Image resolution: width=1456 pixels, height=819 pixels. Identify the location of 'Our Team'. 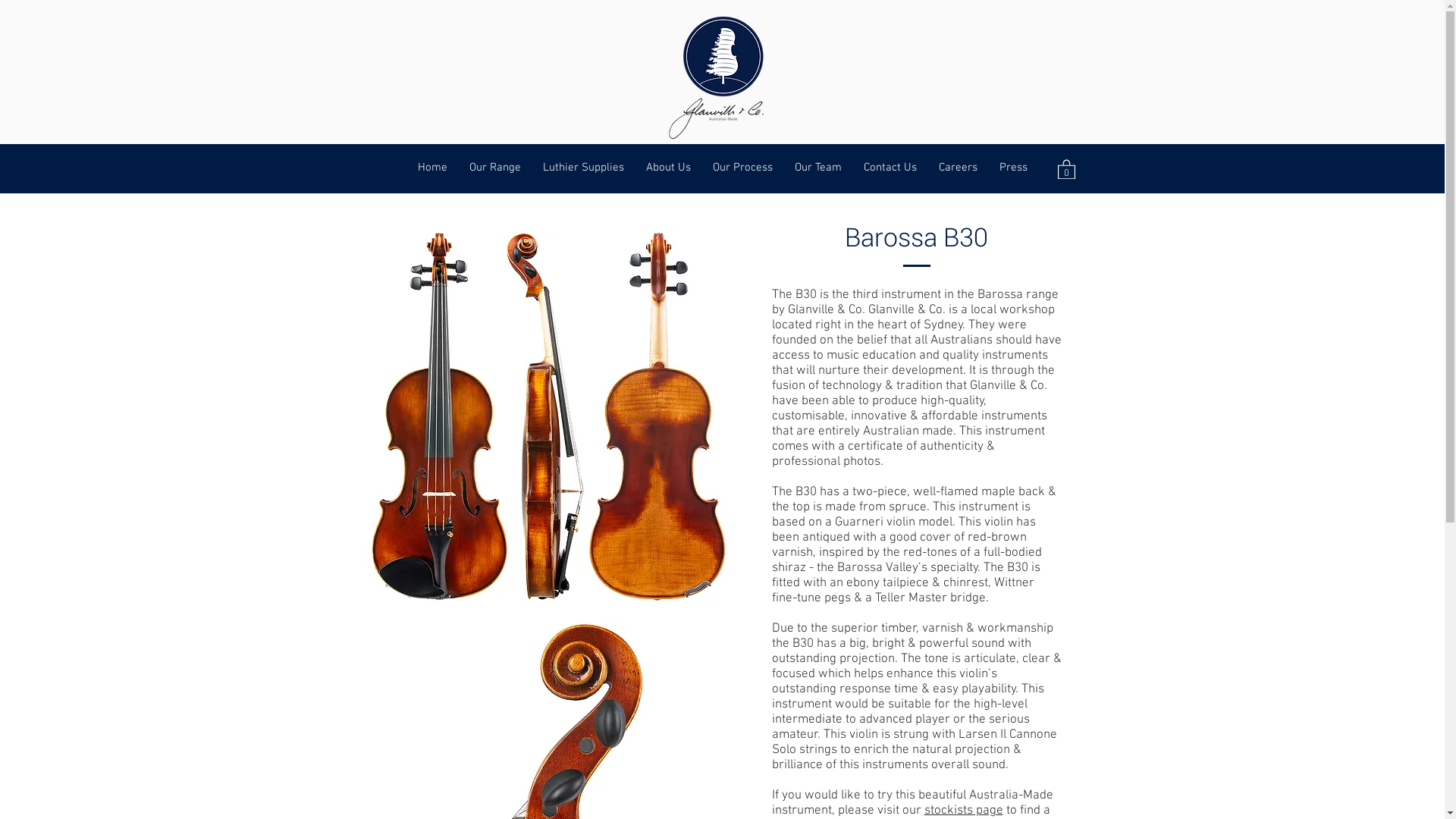
(817, 167).